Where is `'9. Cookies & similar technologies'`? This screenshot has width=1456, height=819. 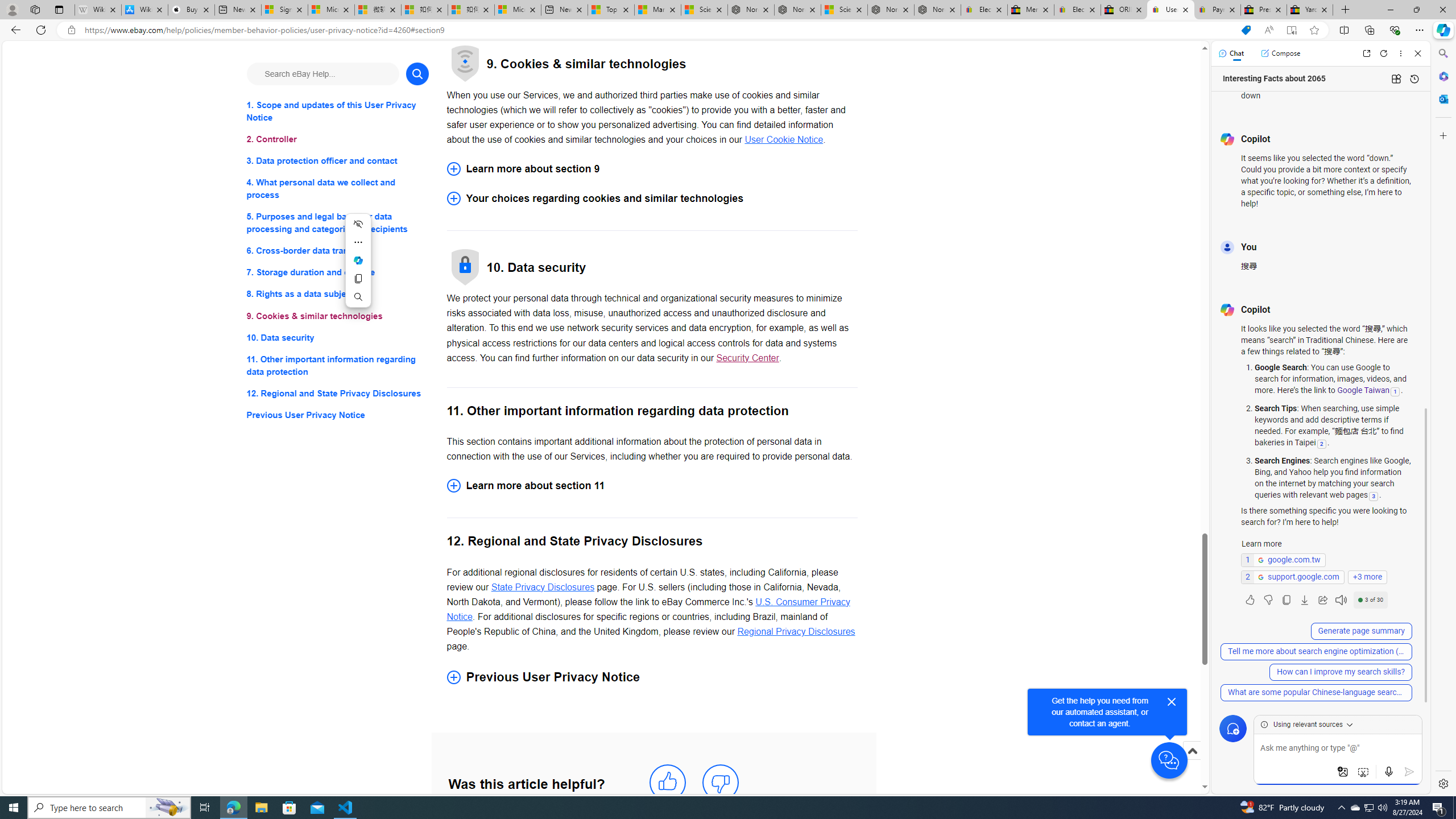
'9. Cookies & similar technologies' is located at coordinates (337, 316).